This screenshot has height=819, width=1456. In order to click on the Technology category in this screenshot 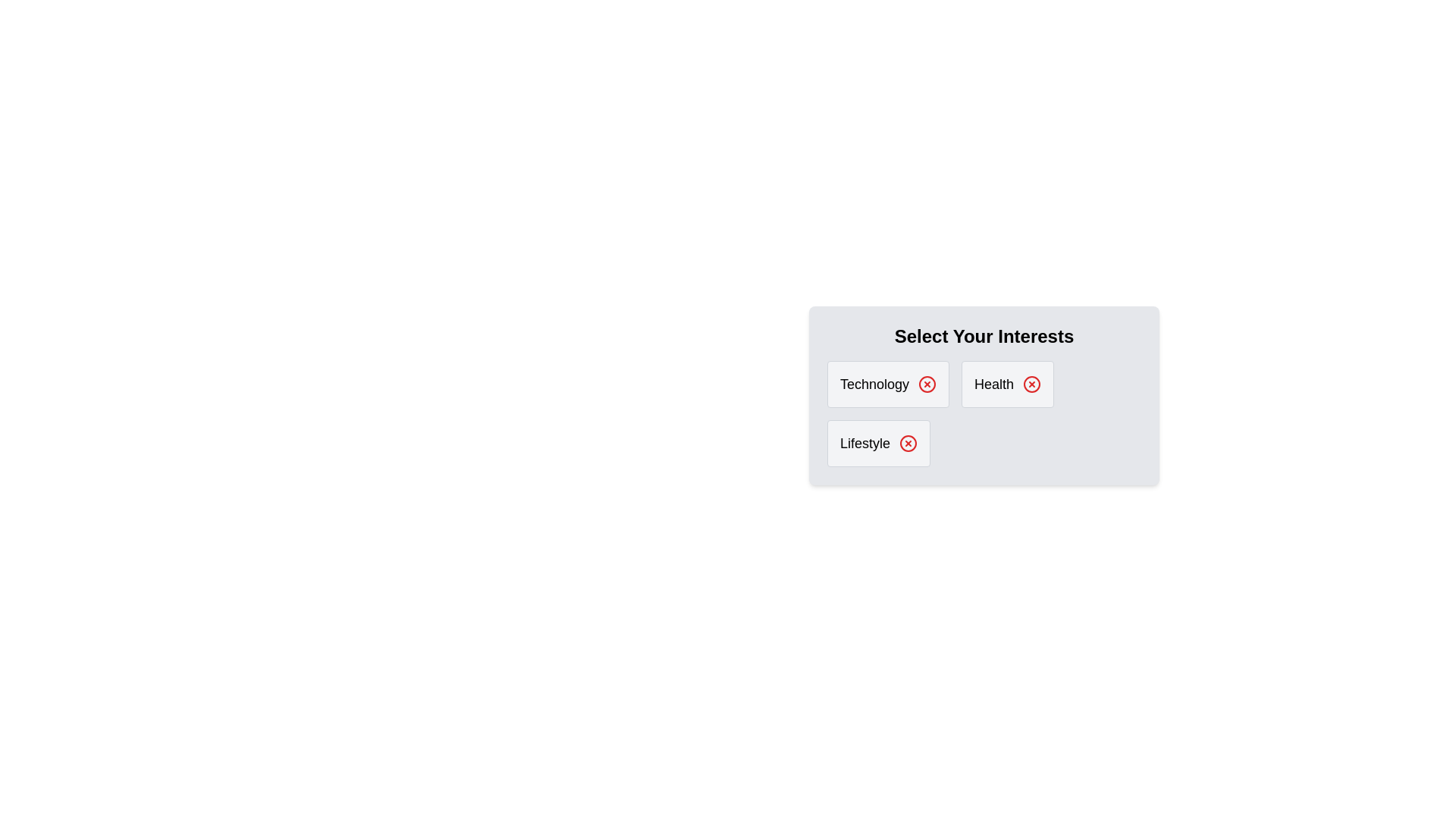, I will do `click(888, 383)`.